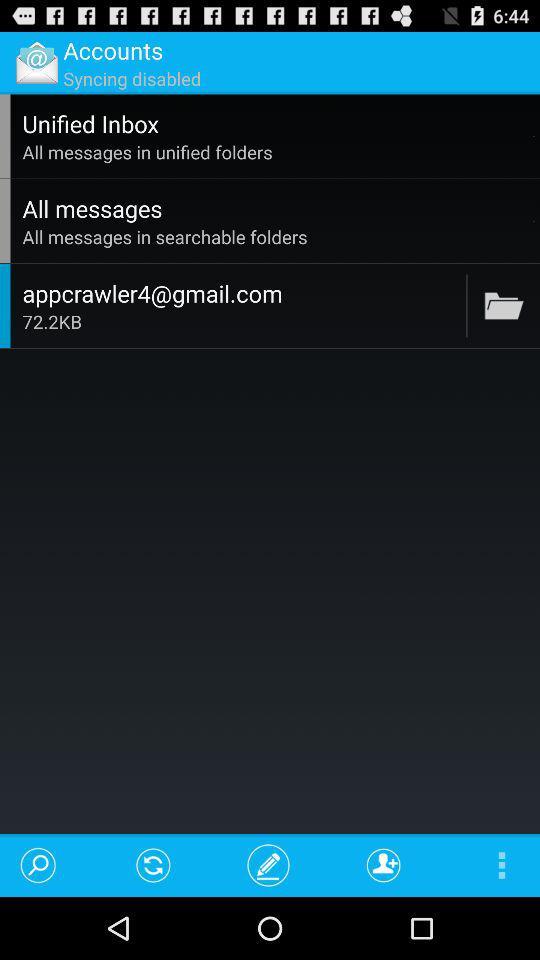 The width and height of the screenshot is (540, 960). What do you see at coordinates (268, 864) in the screenshot?
I see `the pencil symbol` at bounding box center [268, 864].